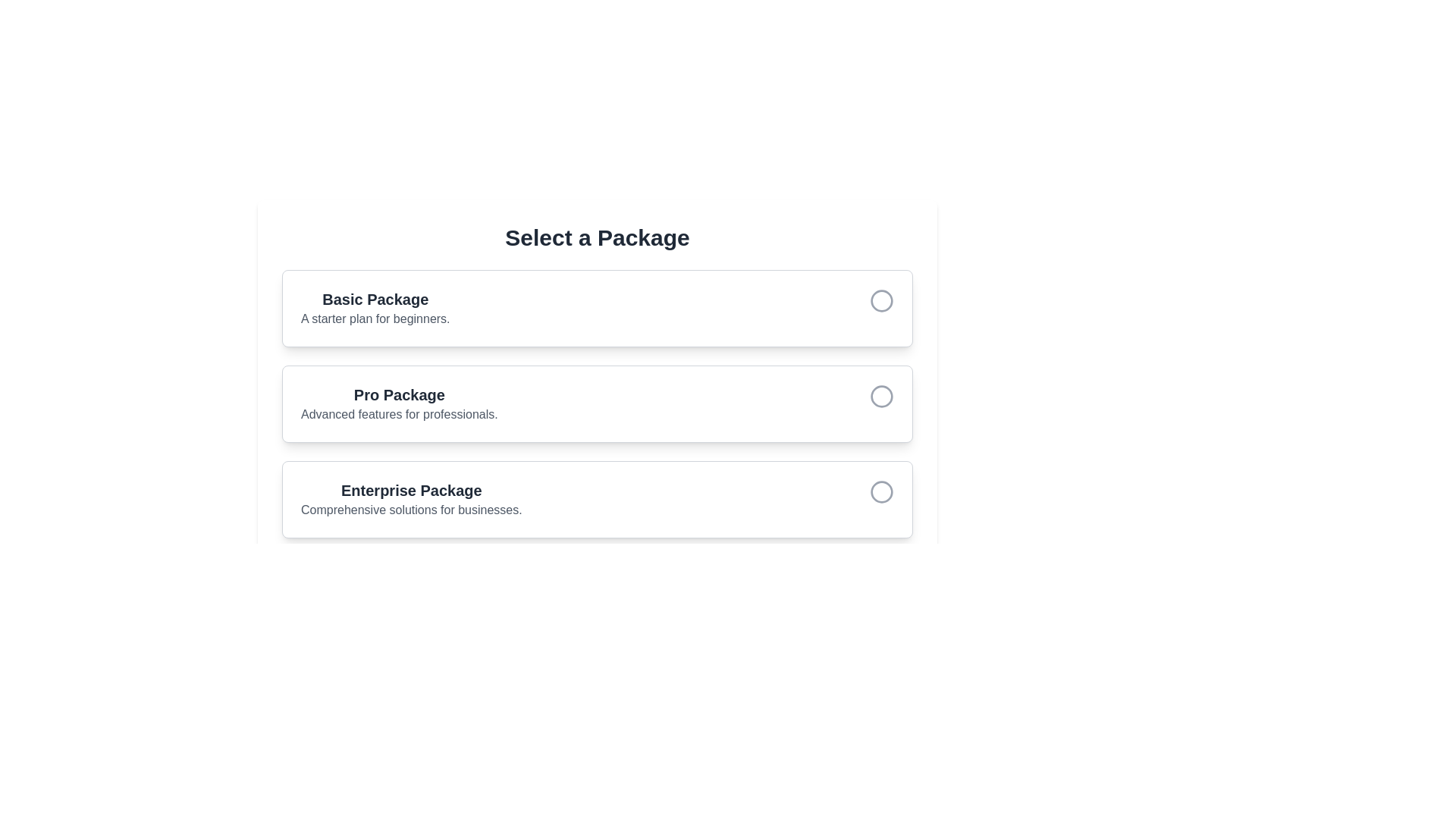 Image resolution: width=1456 pixels, height=819 pixels. I want to click on the static text element that reads 'Enterprise Package', which is styled in large bold font and located in the third package option section above the subtext 'Comprehensive solutions for businesses', so click(411, 491).